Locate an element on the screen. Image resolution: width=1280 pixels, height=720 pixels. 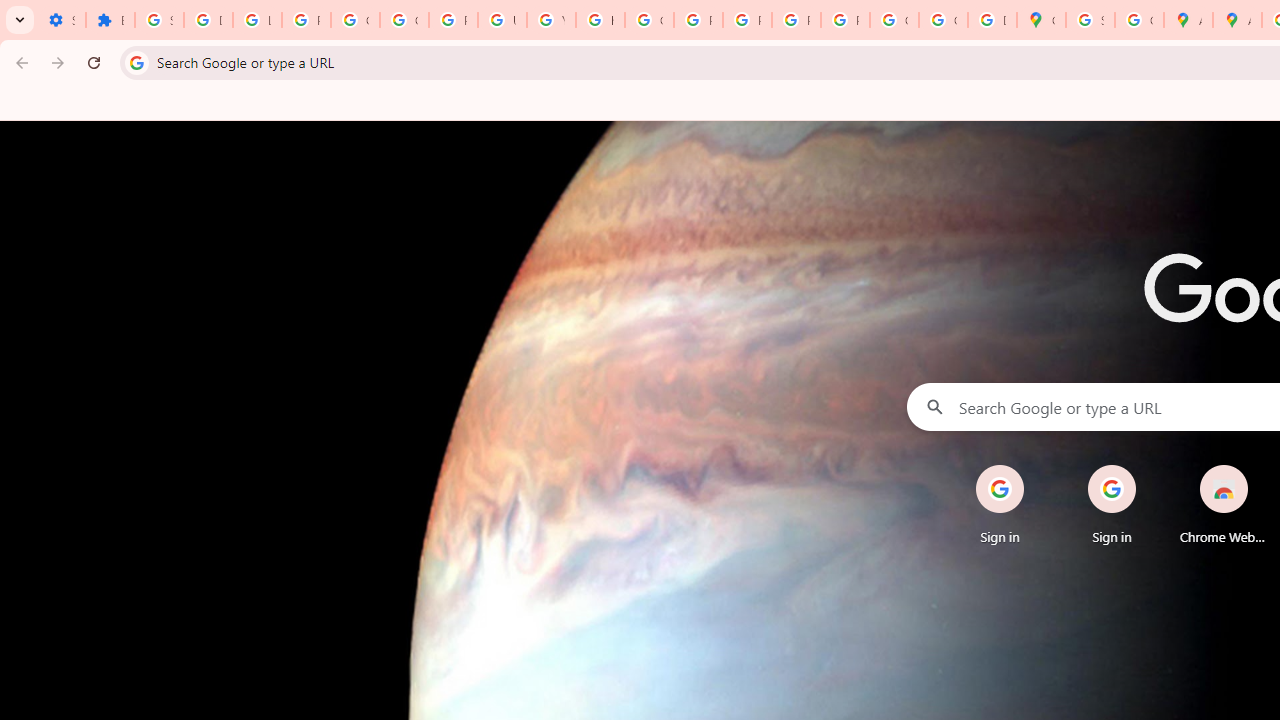
'Sign in - Google Accounts' is located at coordinates (1089, 20).